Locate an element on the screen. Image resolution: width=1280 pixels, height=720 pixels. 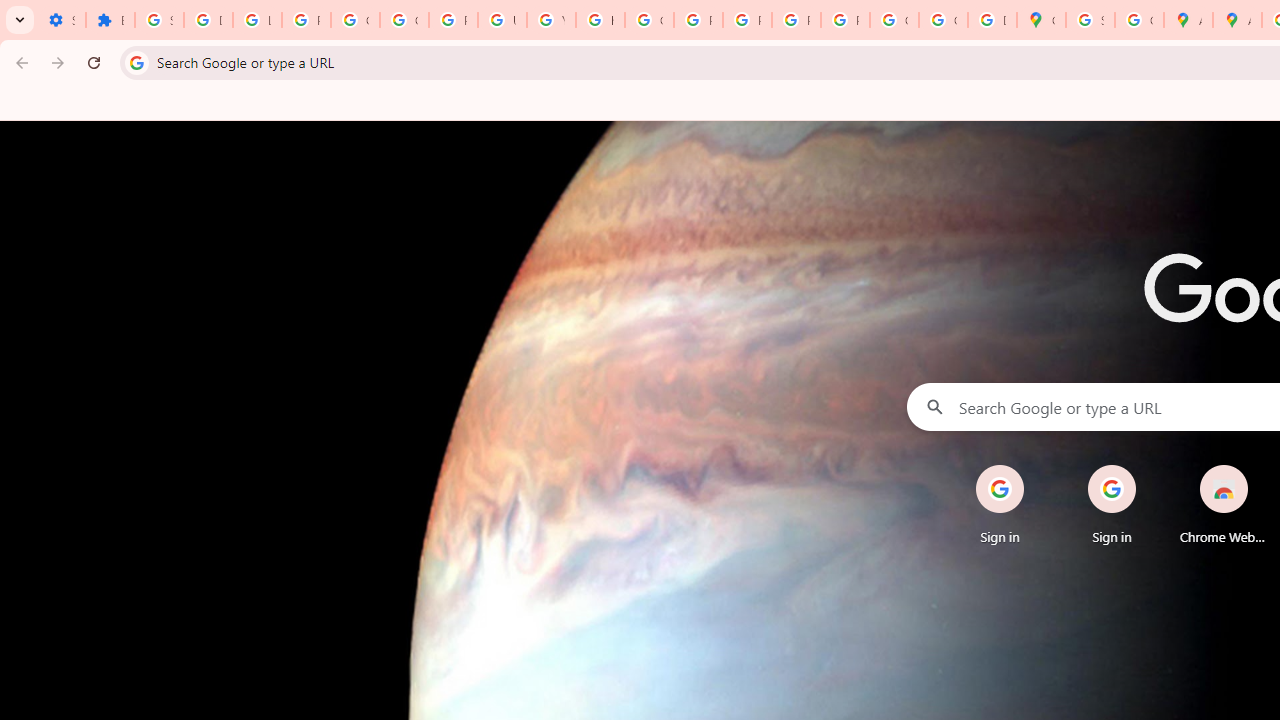
'Sign in - Google Accounts' is located at coordinates (1089, 20).